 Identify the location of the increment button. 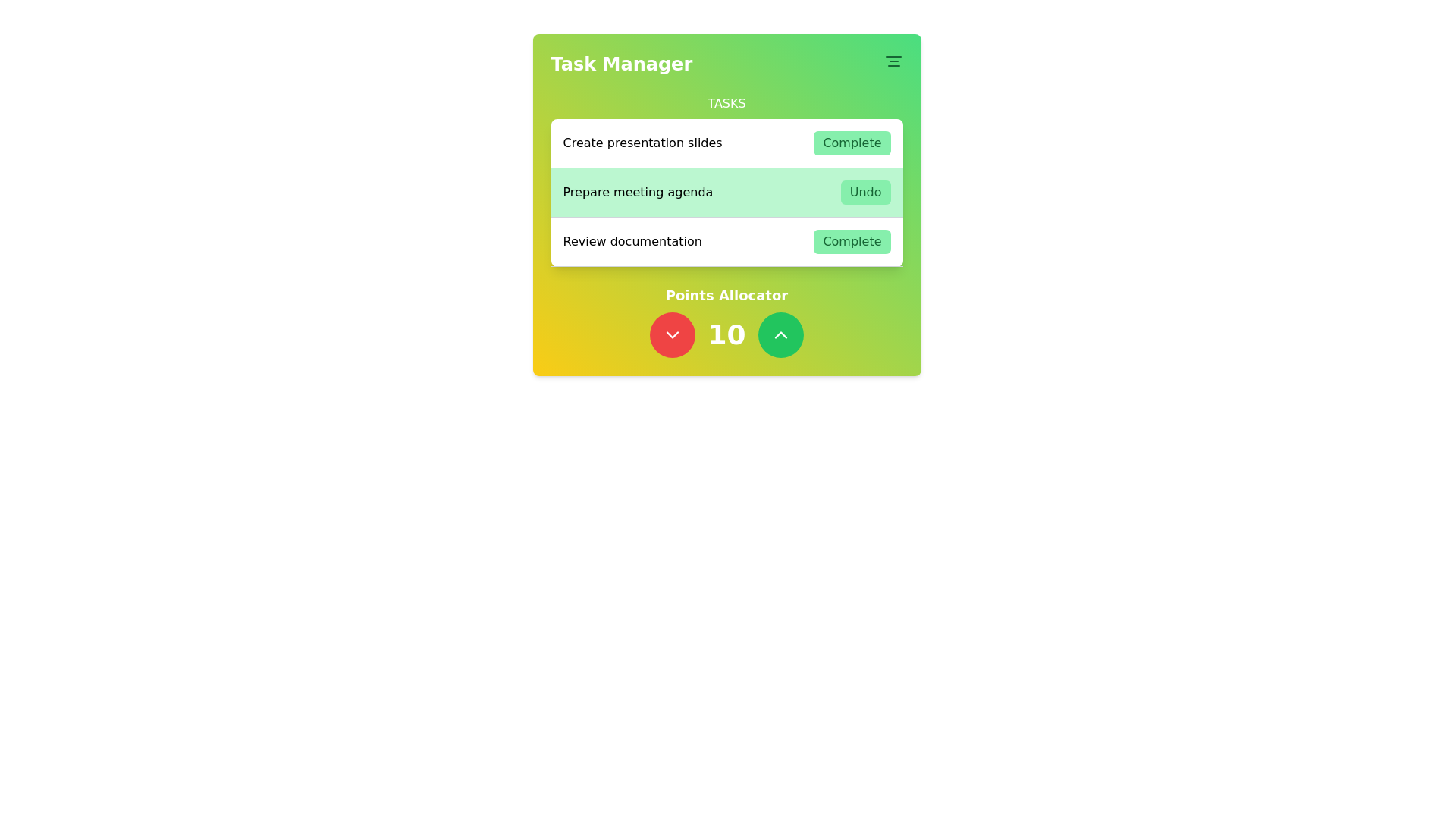
(780, 334).